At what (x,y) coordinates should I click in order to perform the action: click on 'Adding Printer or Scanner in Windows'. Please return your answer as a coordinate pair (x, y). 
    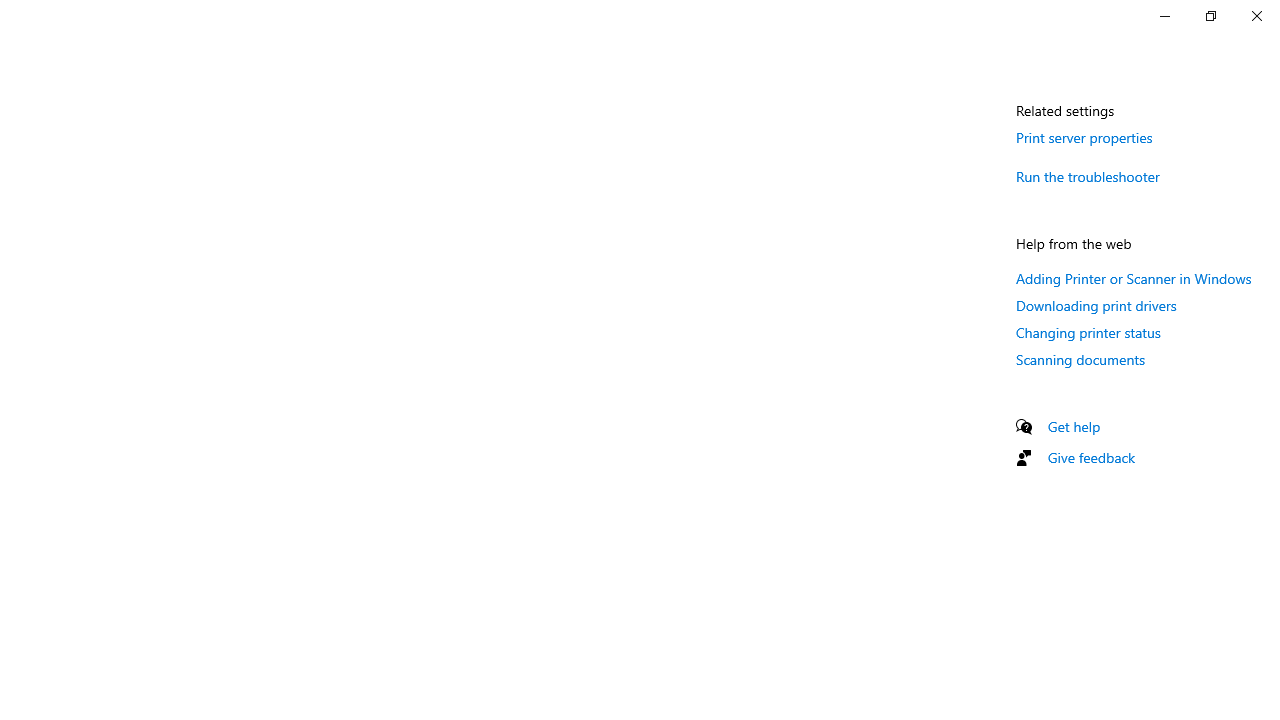
    Looking at the image, I should click on (1134, 278).